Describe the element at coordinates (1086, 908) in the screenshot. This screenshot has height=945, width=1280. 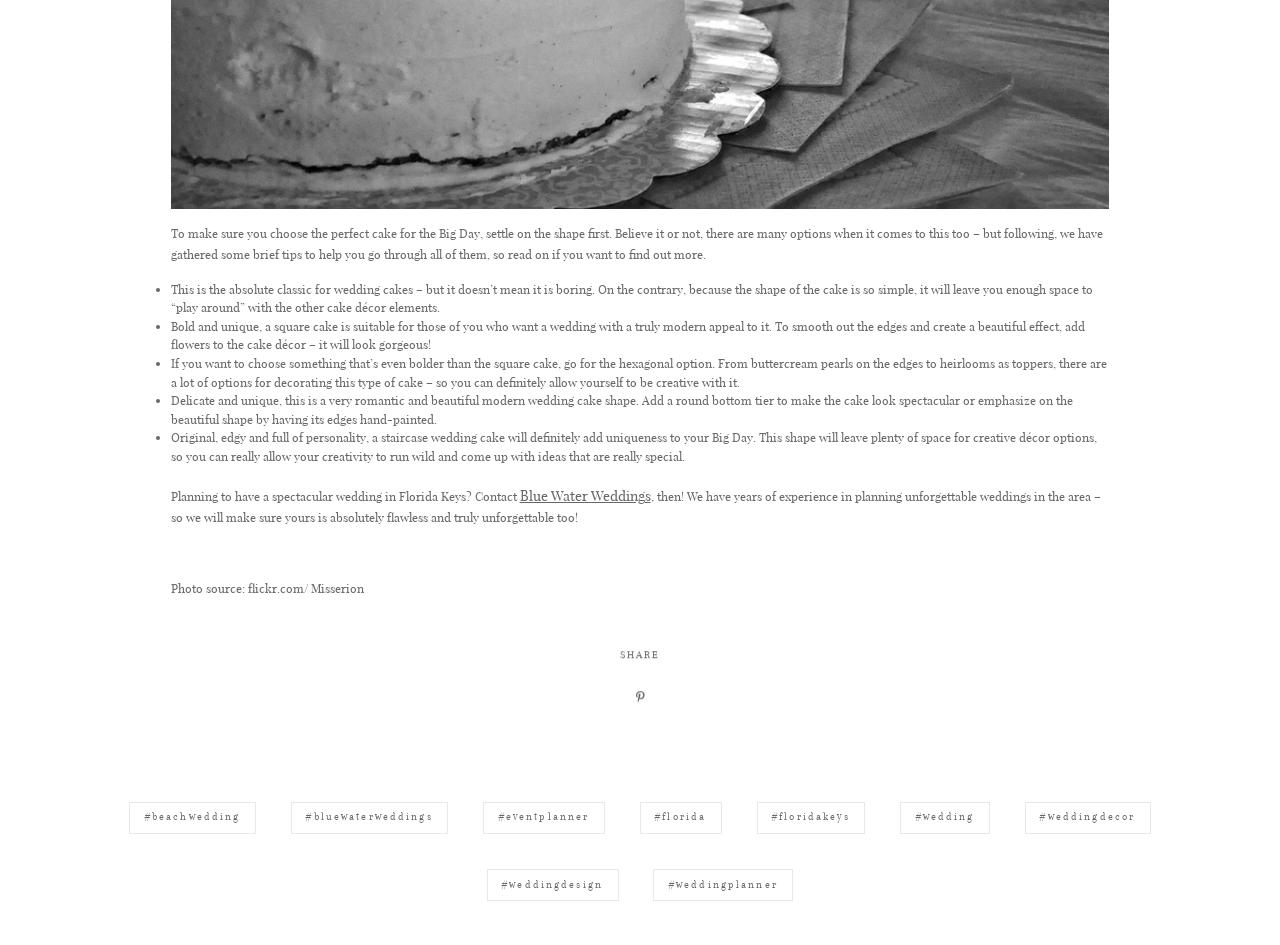
I see `'#weddingdecor'` at that location.